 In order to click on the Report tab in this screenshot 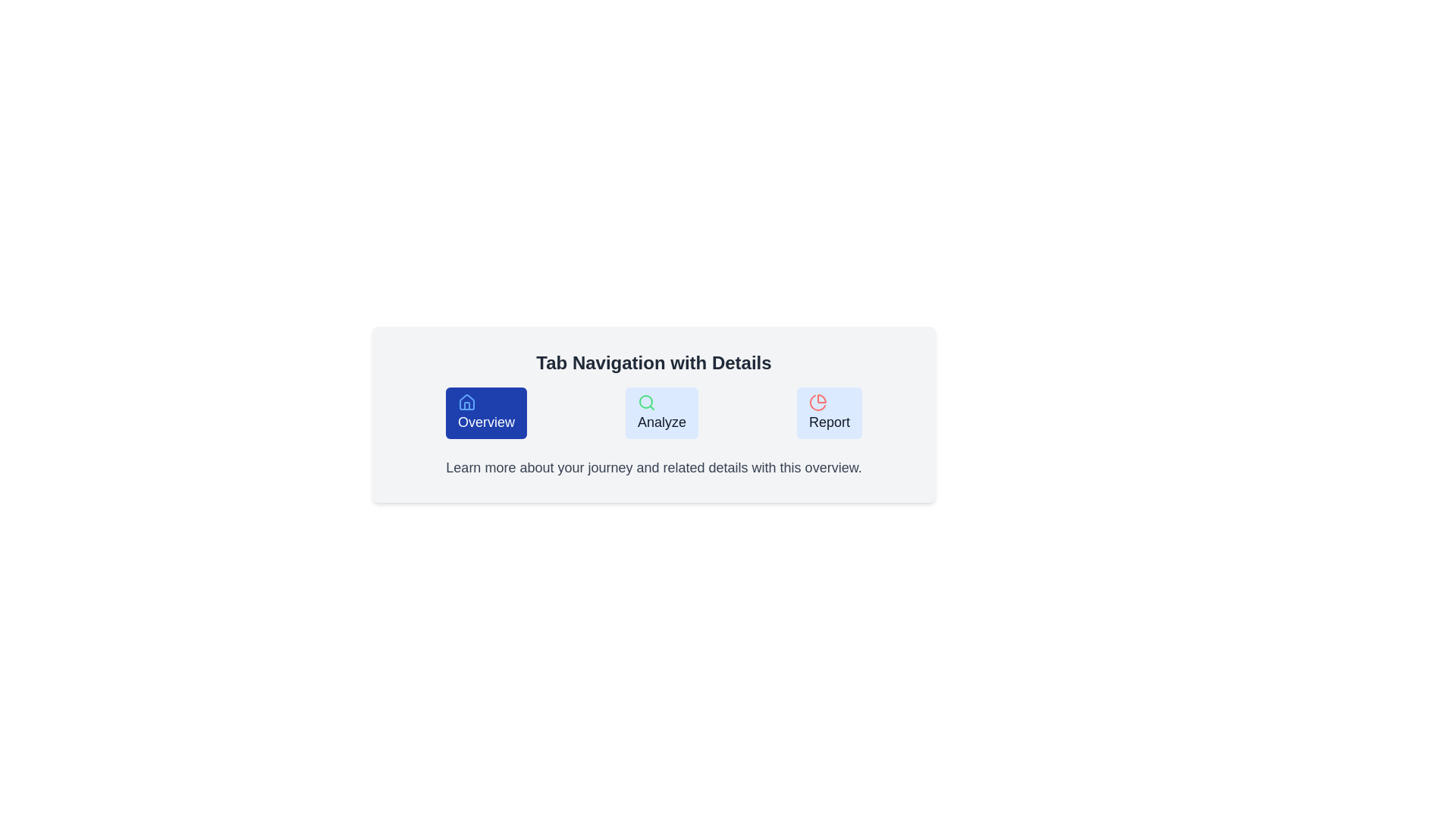, I will do `click(829, 413)`.